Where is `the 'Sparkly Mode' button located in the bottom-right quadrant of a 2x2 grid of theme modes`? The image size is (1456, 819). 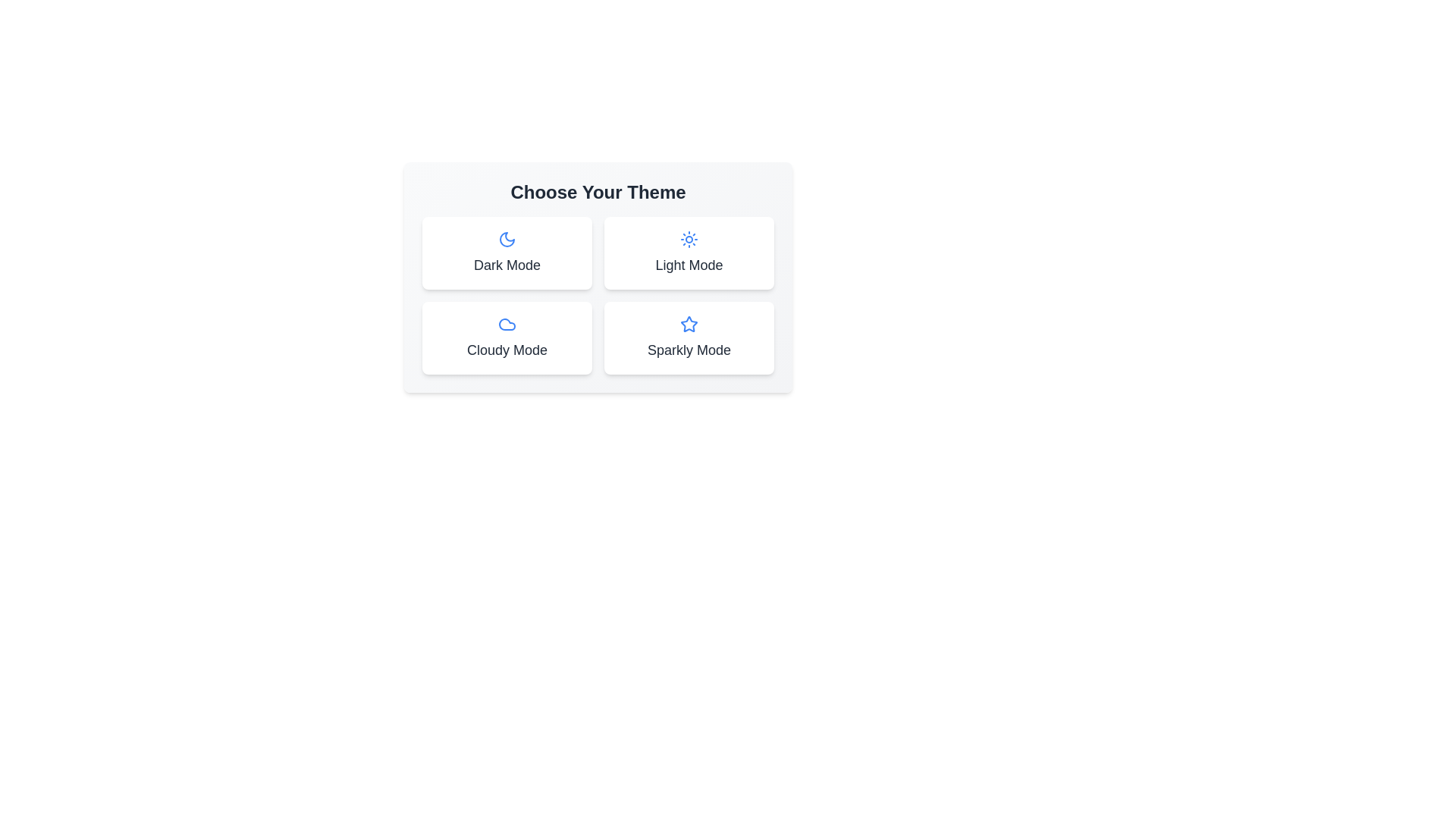 the 'Sparkly Mode' button located in the bottom-right quadrant of a 2x2 grid of theme modes is located at coordinates (688, 337).